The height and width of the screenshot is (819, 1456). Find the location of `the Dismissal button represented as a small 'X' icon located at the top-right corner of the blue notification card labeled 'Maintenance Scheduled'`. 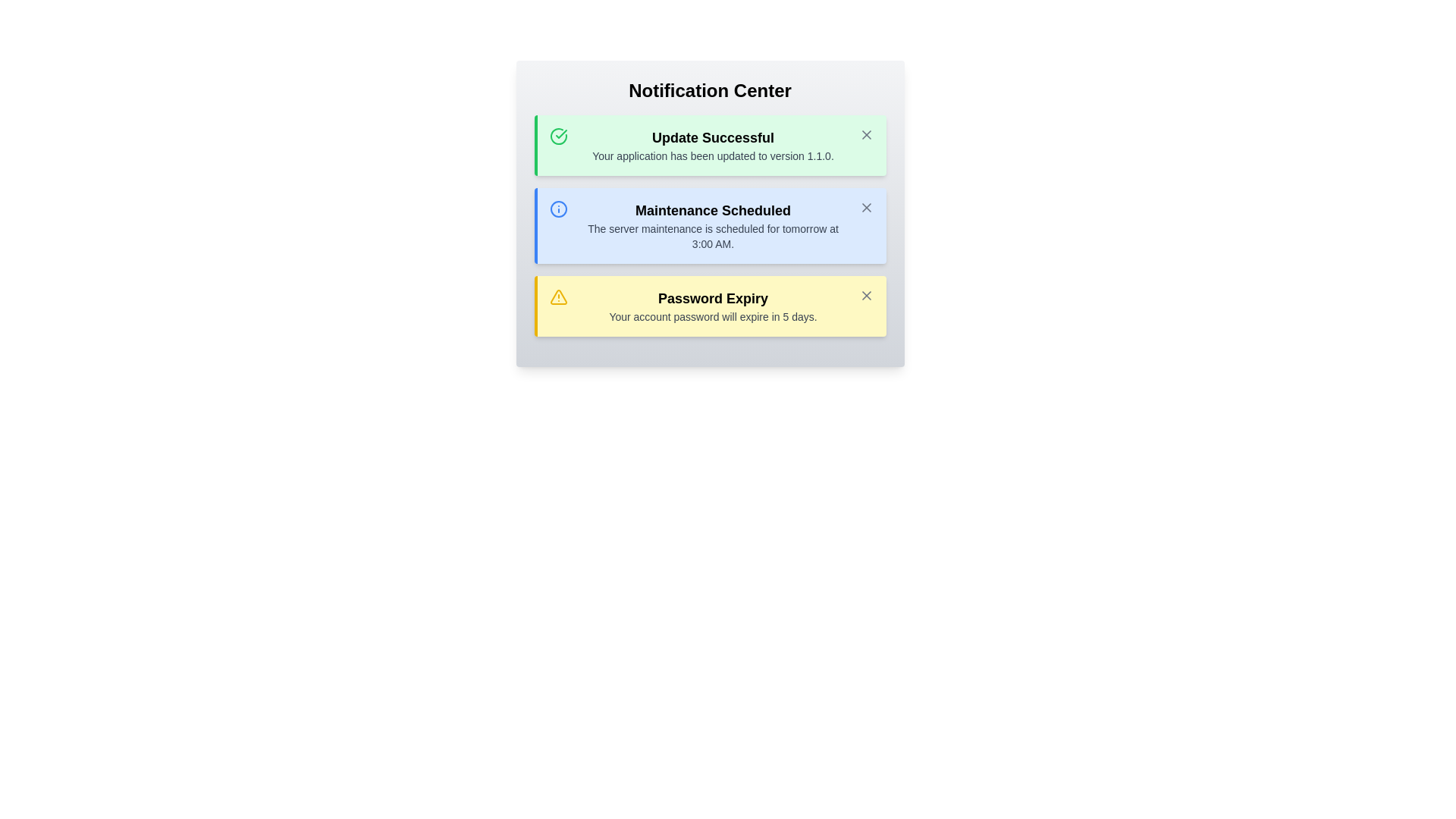

the Dismissal button represented as a small 'X' icon located at the top-right corner of the blue notification card labeled 'Maintenance Scheduled' is located at coordinates (866, 207).